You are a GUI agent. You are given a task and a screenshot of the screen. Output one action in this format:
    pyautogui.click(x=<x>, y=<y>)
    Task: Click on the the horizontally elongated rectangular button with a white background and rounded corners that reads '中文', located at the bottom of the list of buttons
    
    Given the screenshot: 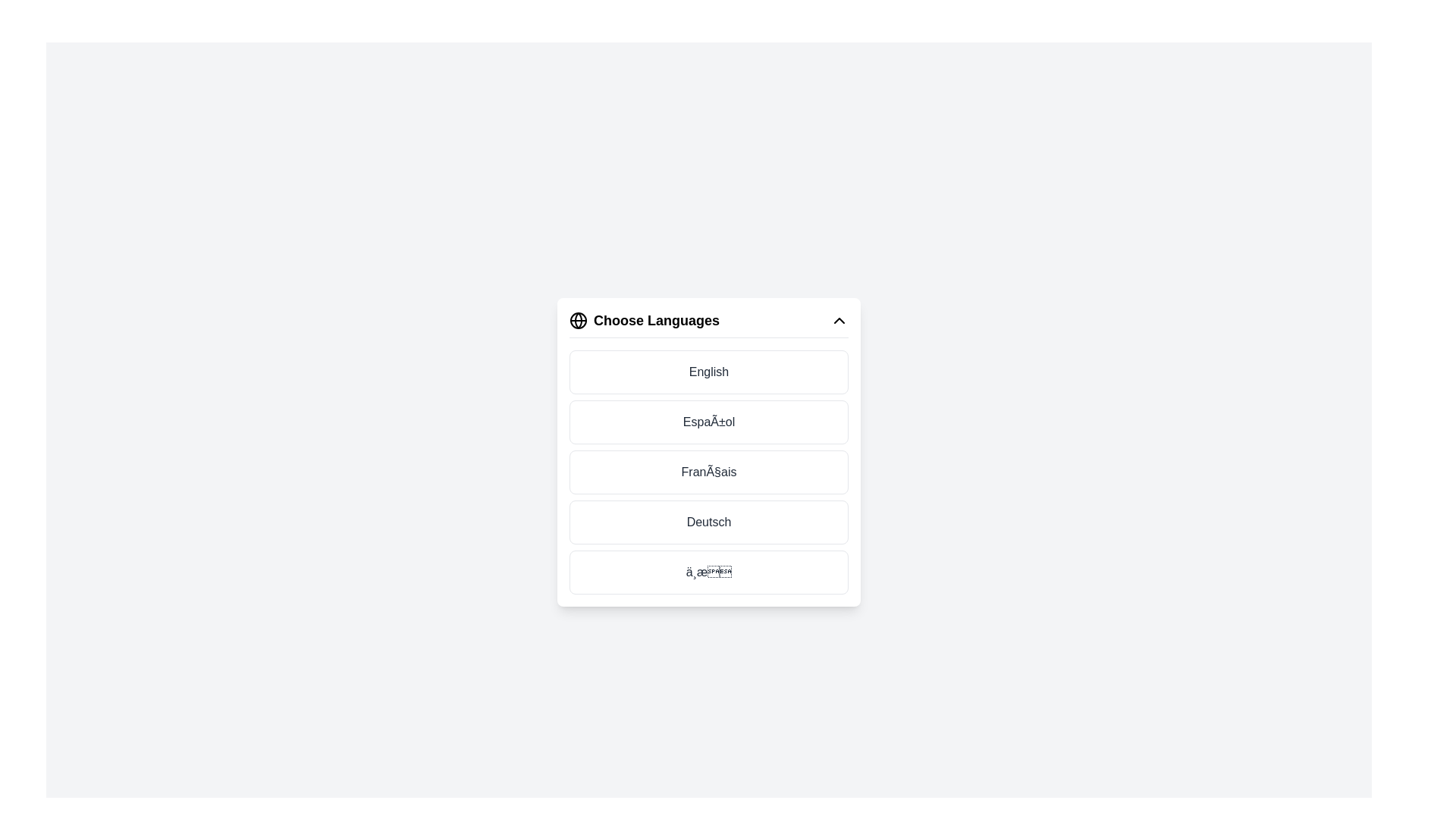 What is the action you would take?
    pyautogui.click(x=708, y=572)
    